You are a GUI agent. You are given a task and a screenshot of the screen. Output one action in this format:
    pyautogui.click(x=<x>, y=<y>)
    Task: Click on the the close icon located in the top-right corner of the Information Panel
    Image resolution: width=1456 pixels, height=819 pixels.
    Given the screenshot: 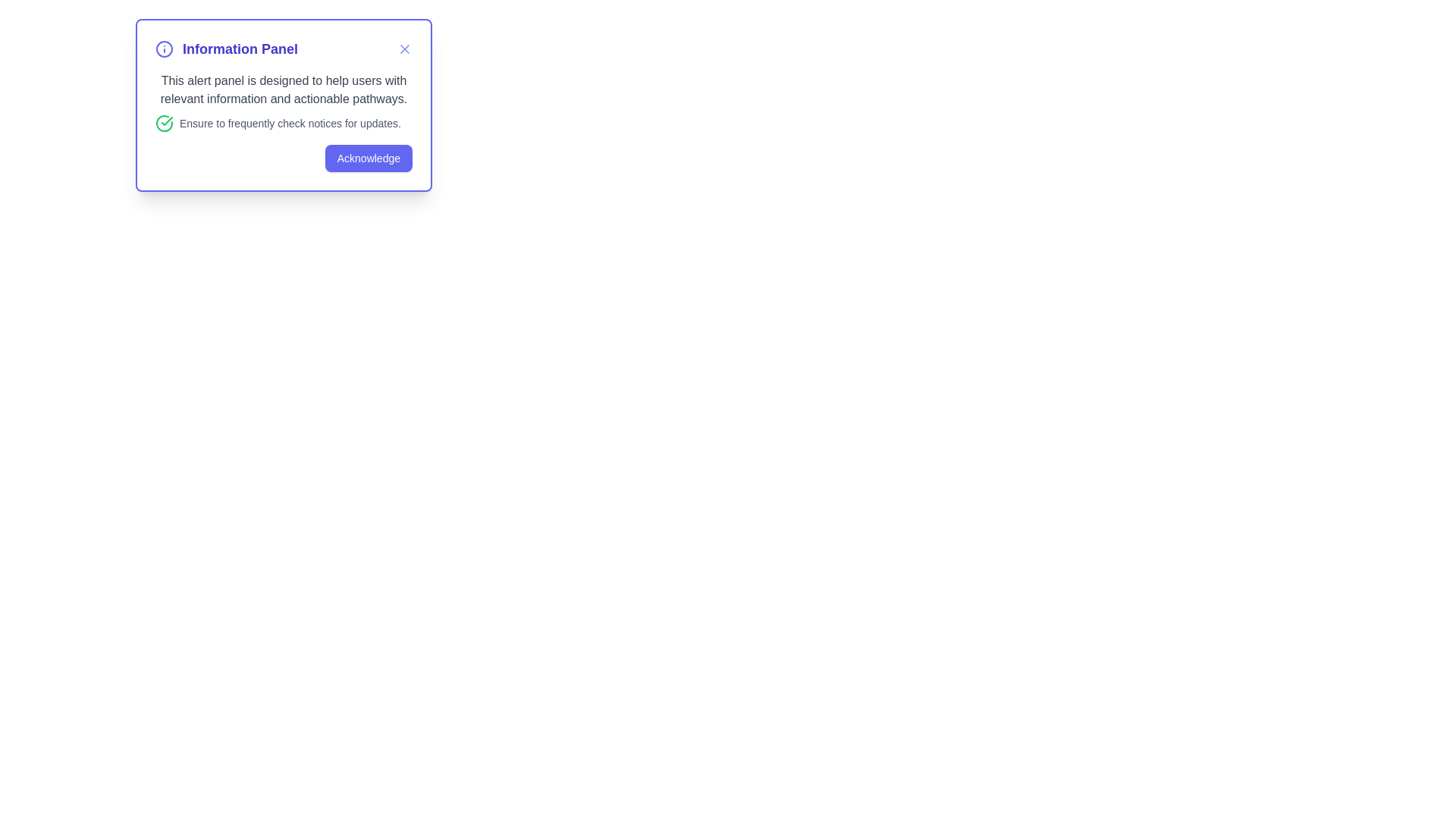 What is the action you would take?
    pyautogui.click(x=404, y=49)
    